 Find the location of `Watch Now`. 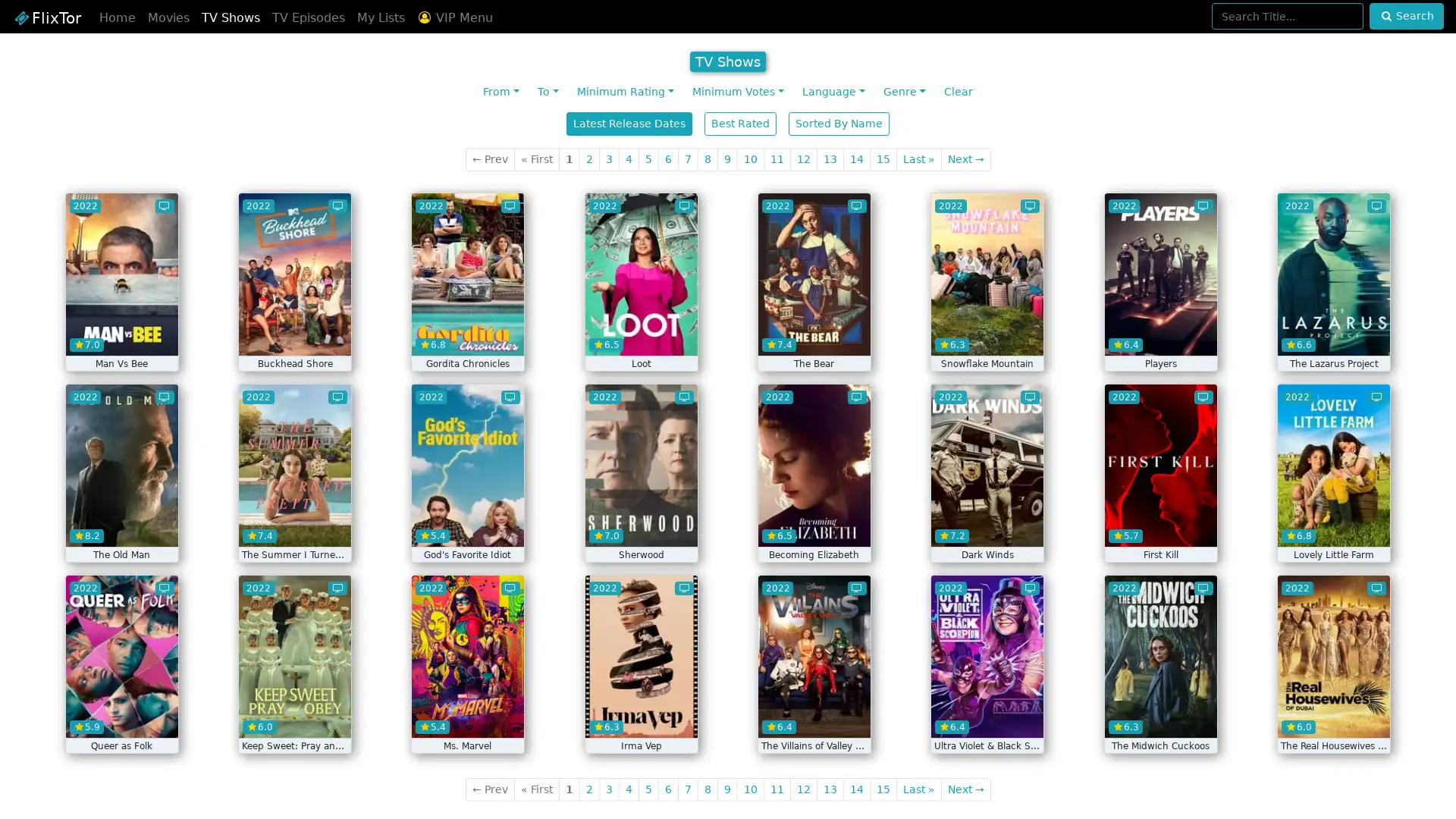

Watch Now is located at coordinates (813, 523).